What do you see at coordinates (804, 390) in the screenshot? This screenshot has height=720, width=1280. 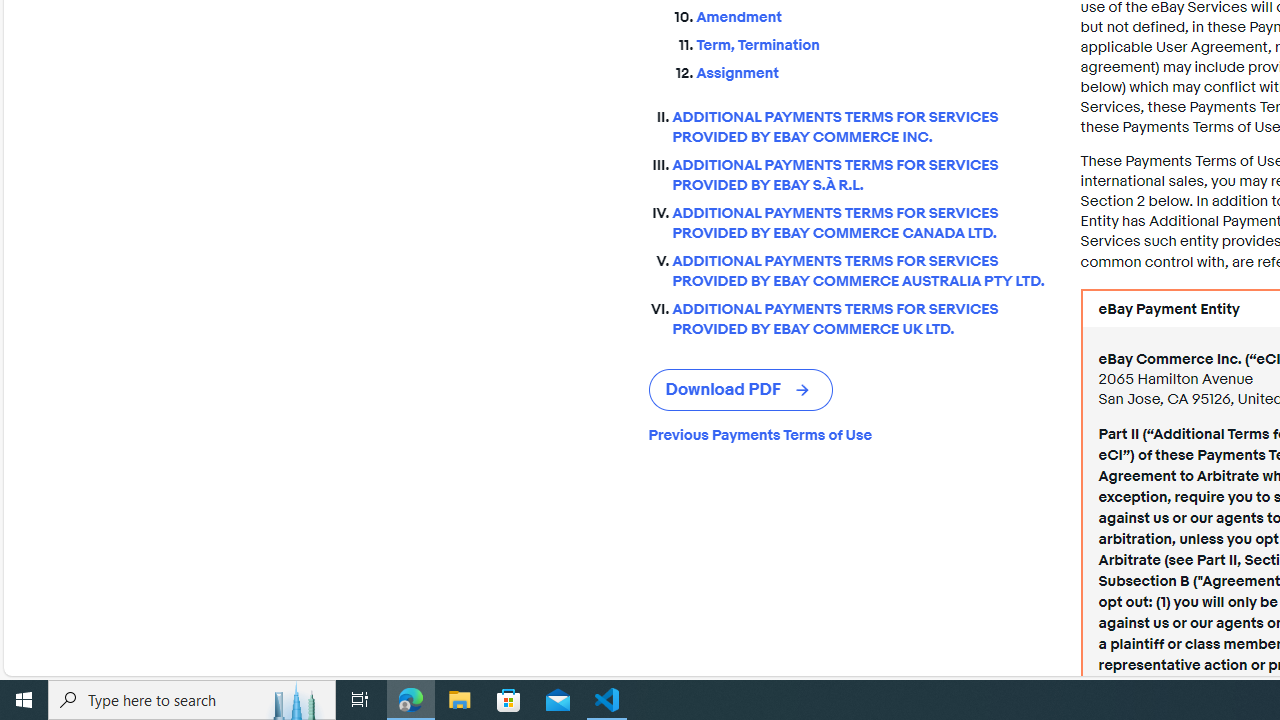 I see `'Class: ski-btn__arrow'` at bounding box center [804, 390].